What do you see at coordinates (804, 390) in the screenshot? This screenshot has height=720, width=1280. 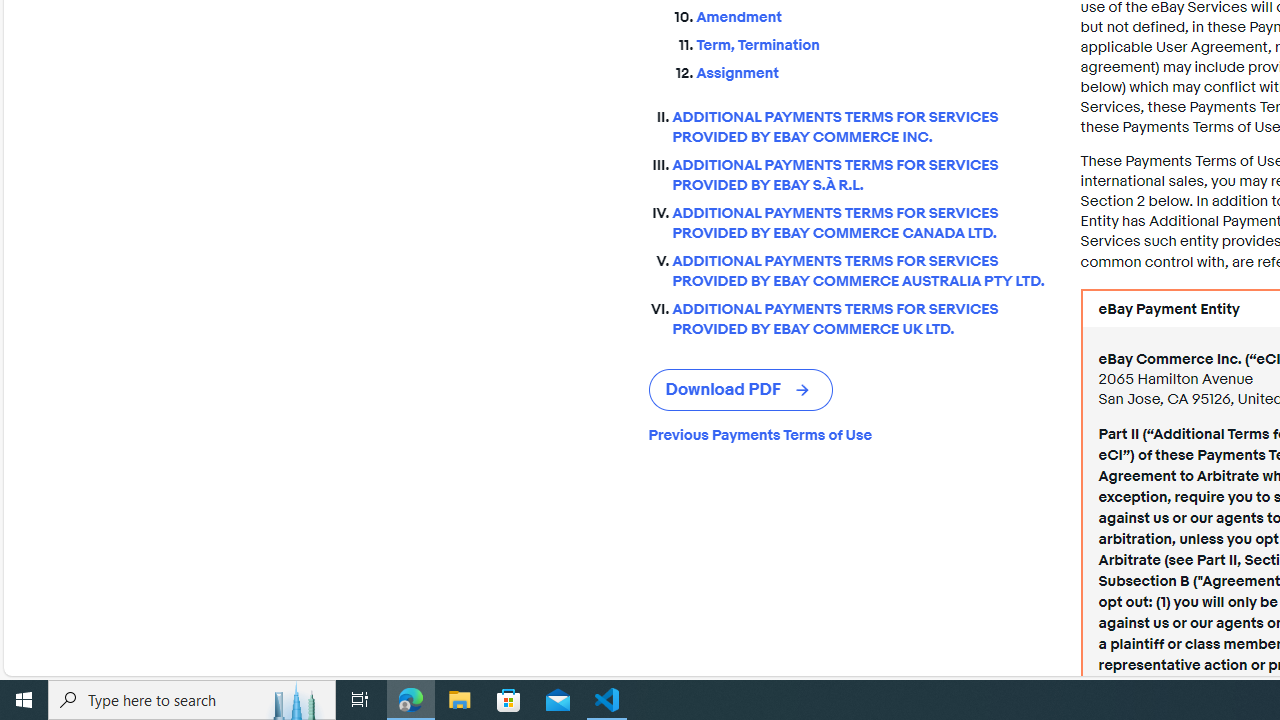 I see `'Class: ski-btn__arrow'` at bounding box center [804, 390].